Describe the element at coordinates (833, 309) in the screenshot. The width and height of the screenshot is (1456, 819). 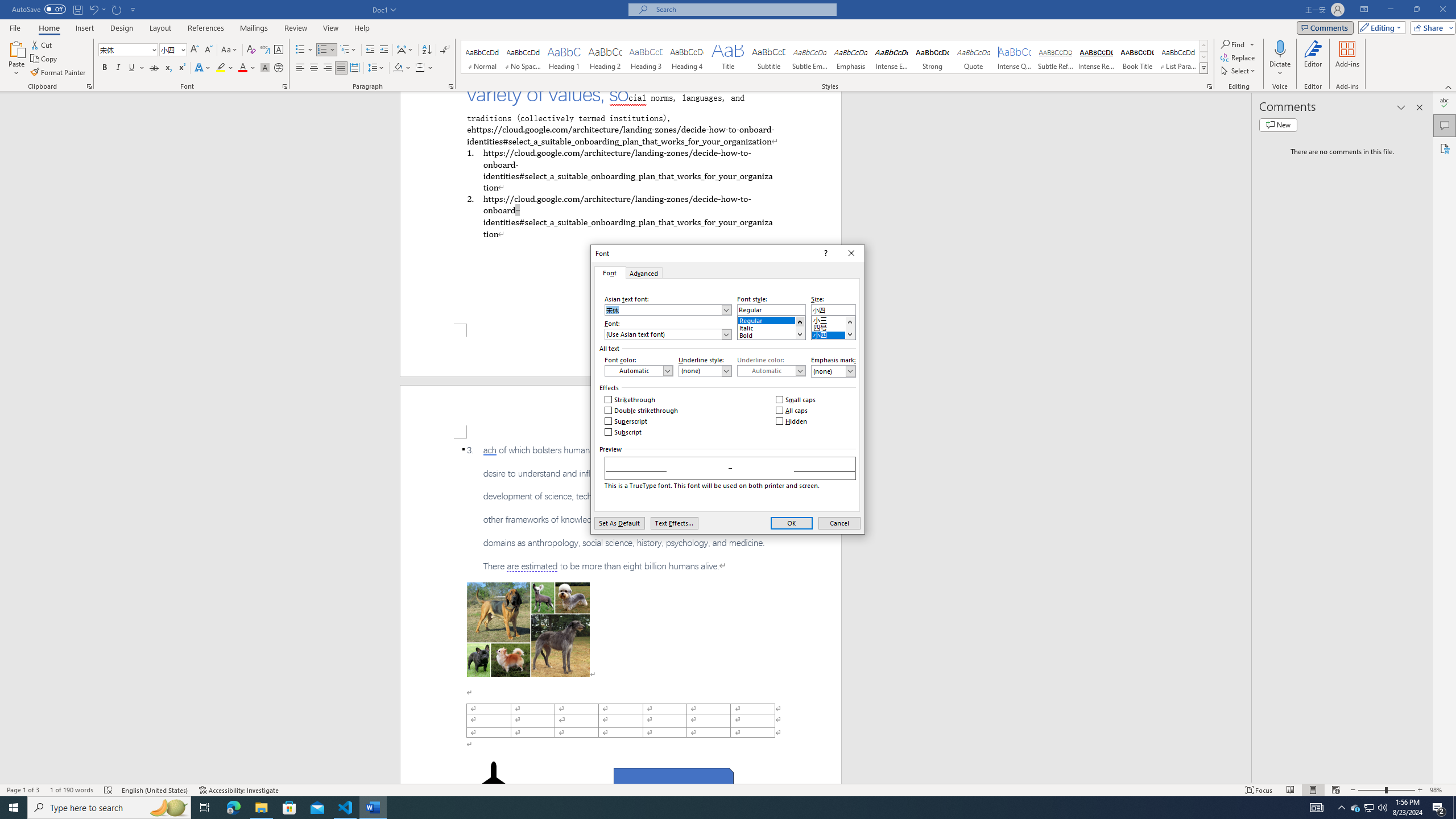
I see `'Size:'` at that location.